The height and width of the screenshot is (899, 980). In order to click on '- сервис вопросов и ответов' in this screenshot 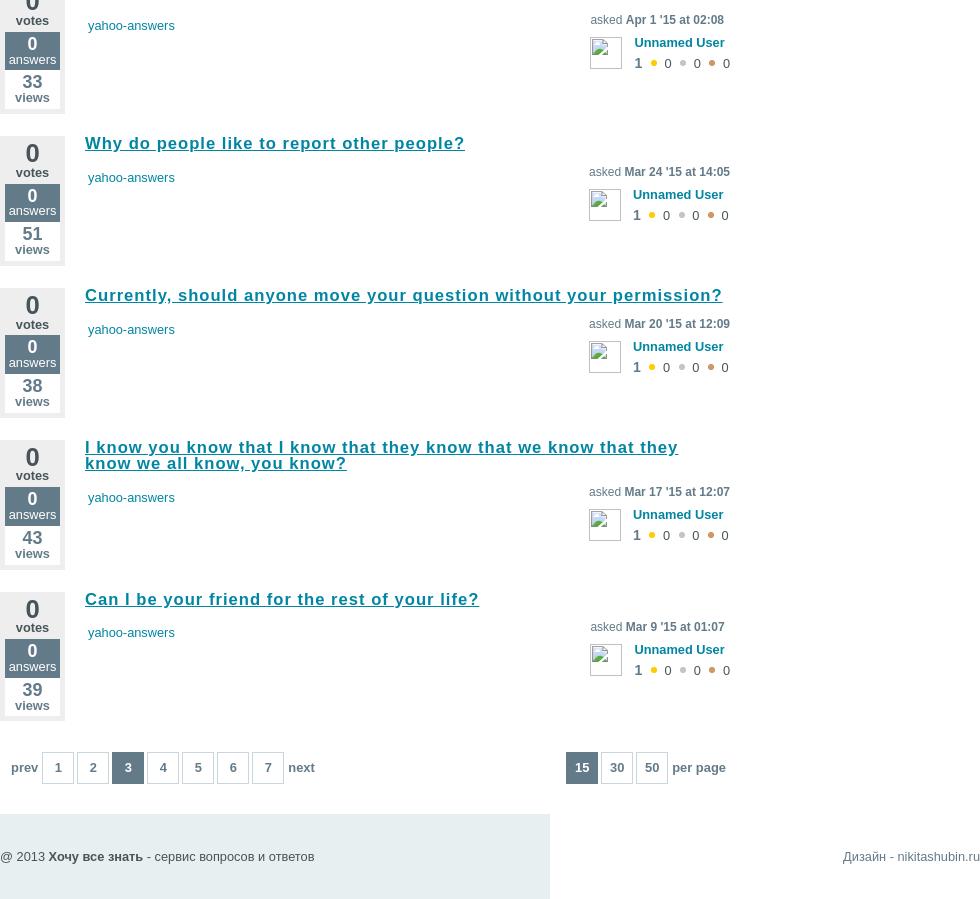, I will do `click(228, 856)`.